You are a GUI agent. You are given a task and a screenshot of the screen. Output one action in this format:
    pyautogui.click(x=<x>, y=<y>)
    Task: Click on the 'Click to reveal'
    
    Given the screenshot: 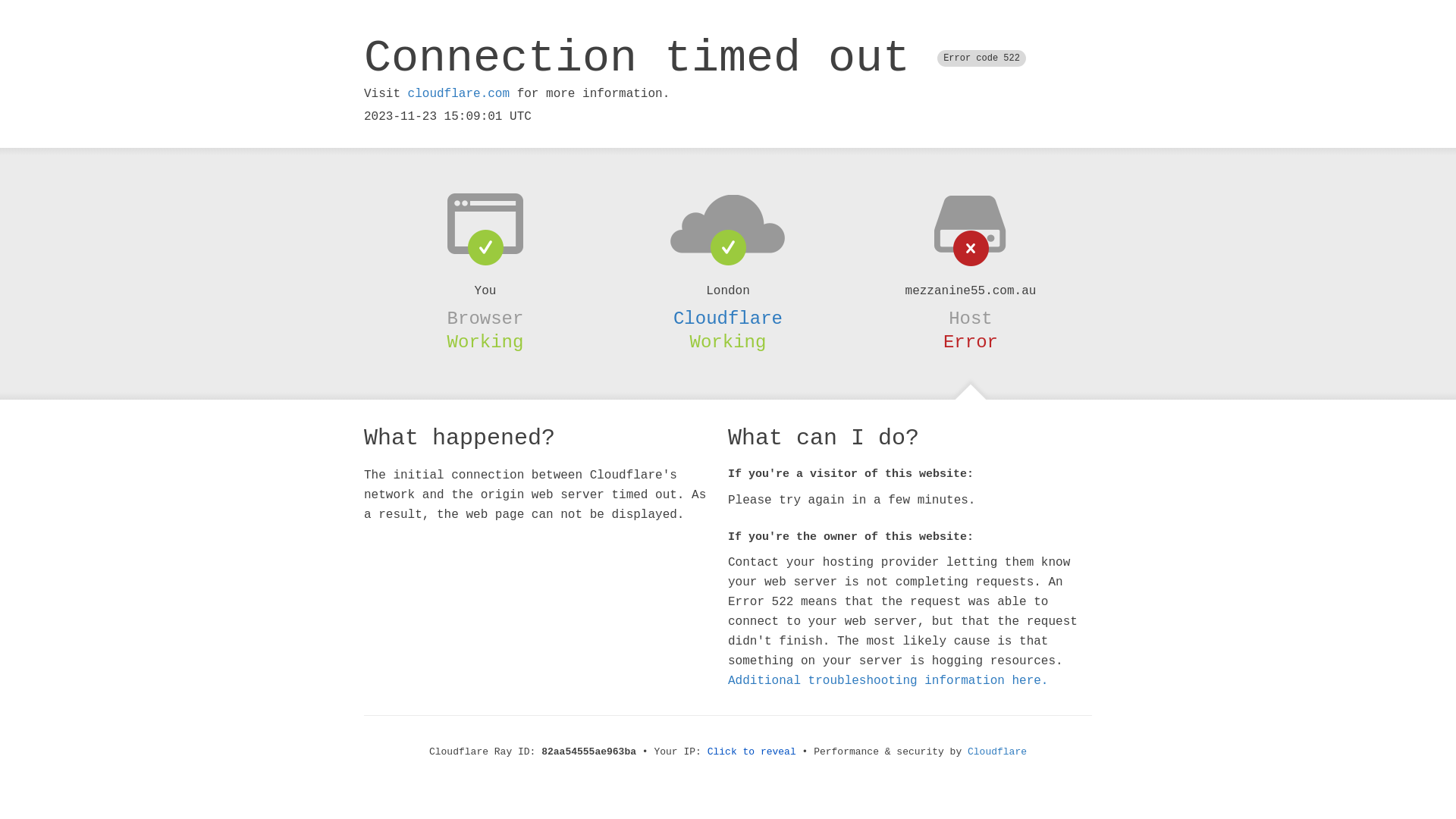 What is the action you would take?
    pyautogui.click(x=752, y=752)
    